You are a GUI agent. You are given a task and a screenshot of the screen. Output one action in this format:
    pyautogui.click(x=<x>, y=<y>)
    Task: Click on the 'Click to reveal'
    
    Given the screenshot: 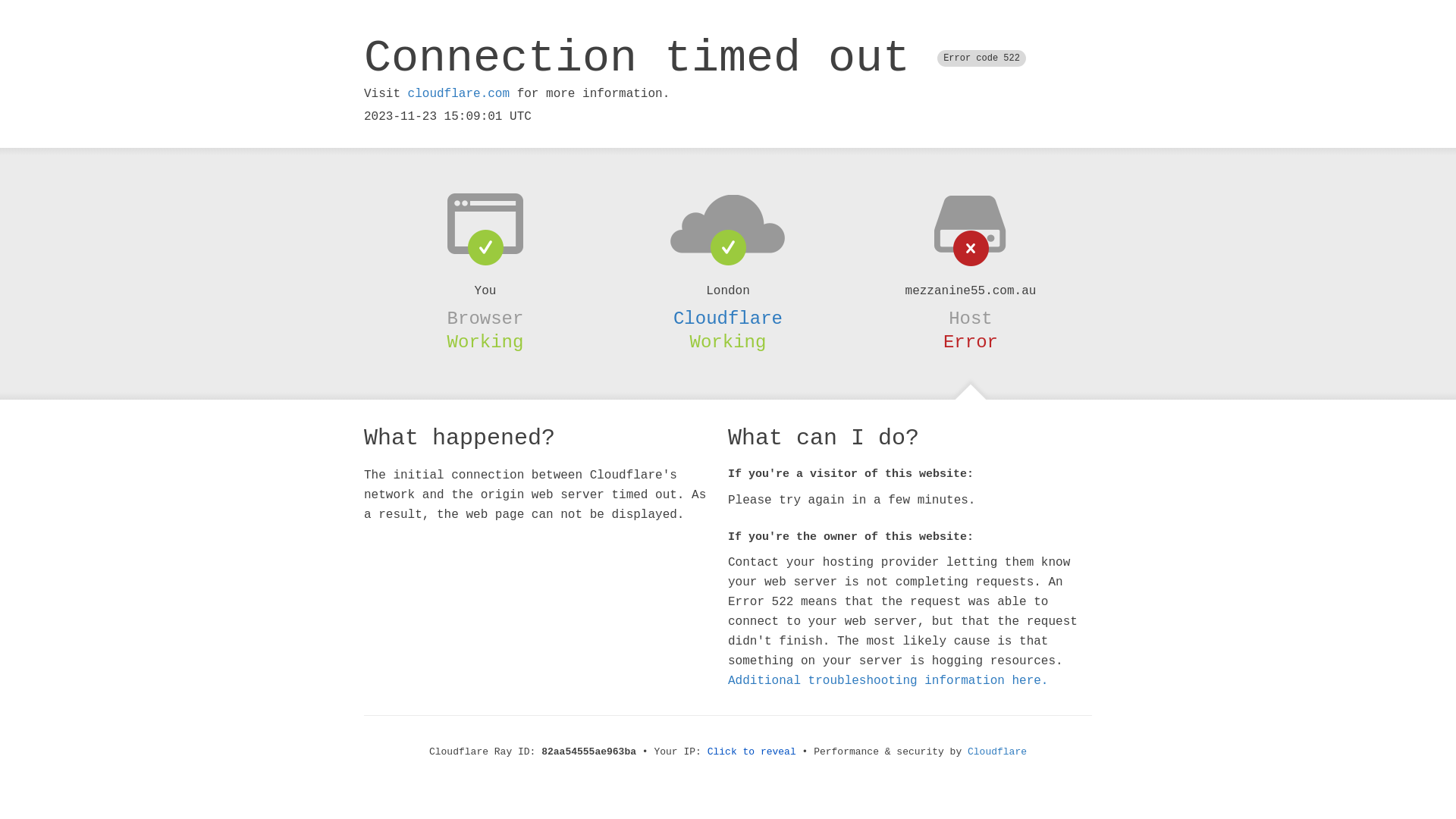 What is the action you would take?
    pyautogui.click(x=752, y=752)
    